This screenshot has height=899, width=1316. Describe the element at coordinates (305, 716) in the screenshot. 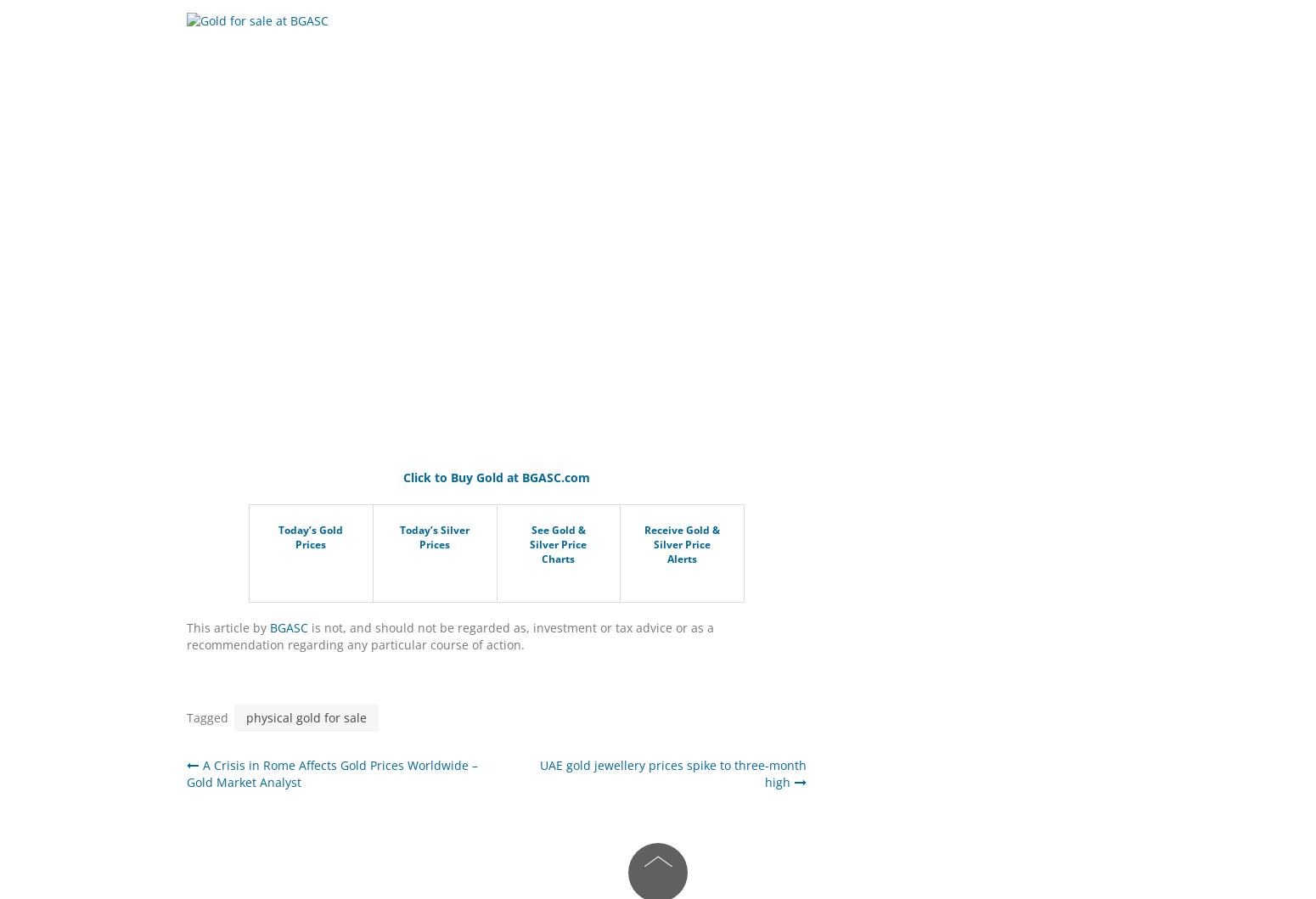

I see `'physical gold for sale'` at that location.